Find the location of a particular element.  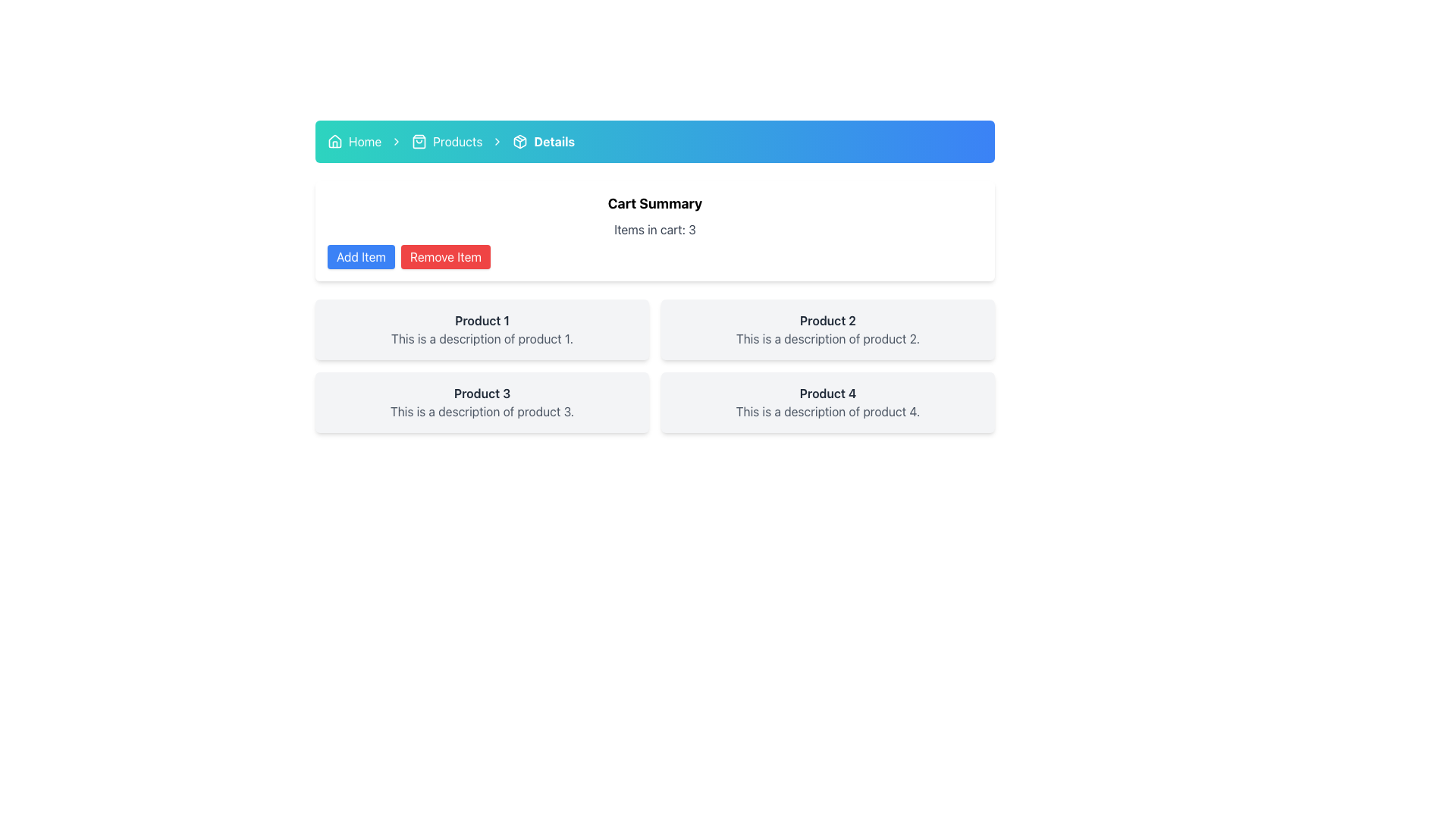

description text of 'Product 4' located in the card at the bottom-right of the grid layout, directly beneath its title is located at coordinates (827, 412).